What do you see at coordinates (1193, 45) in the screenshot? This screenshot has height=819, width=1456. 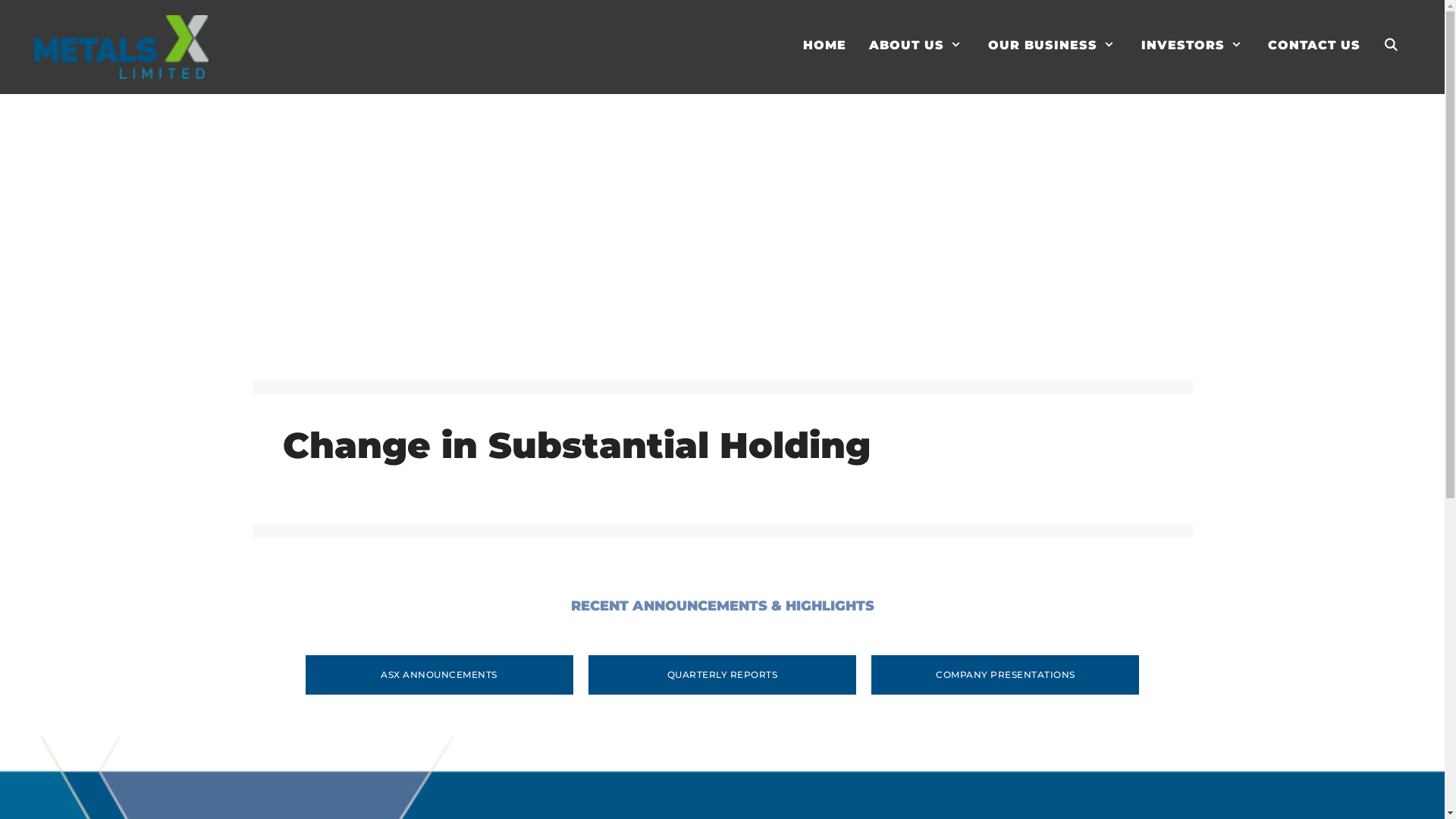 I see `'INVESTORS'` at bounding box center [1193, 45].